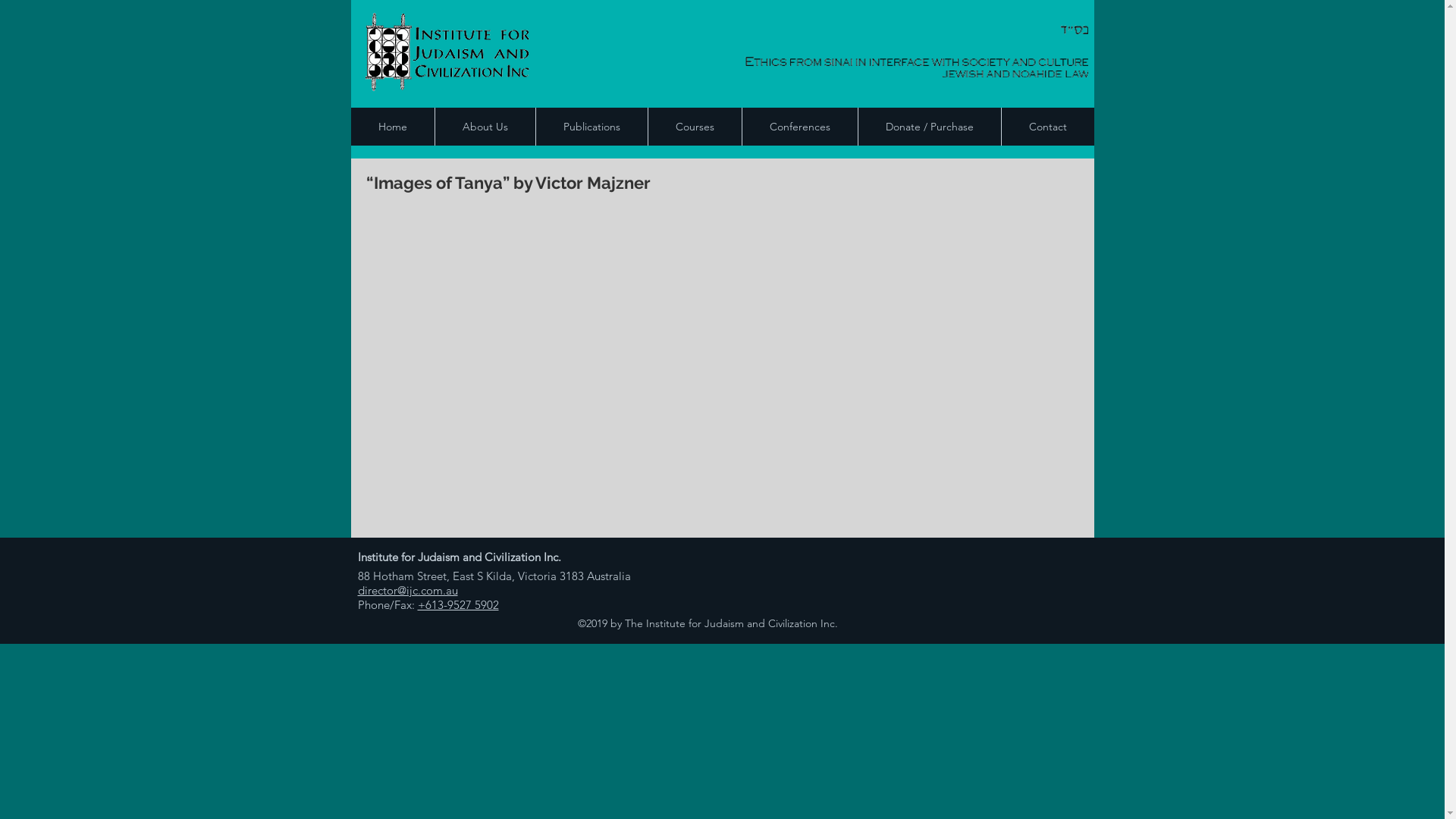  Describe the element at coordinates (483, 125) in the screenshot. I see `'About Us'` at that location.